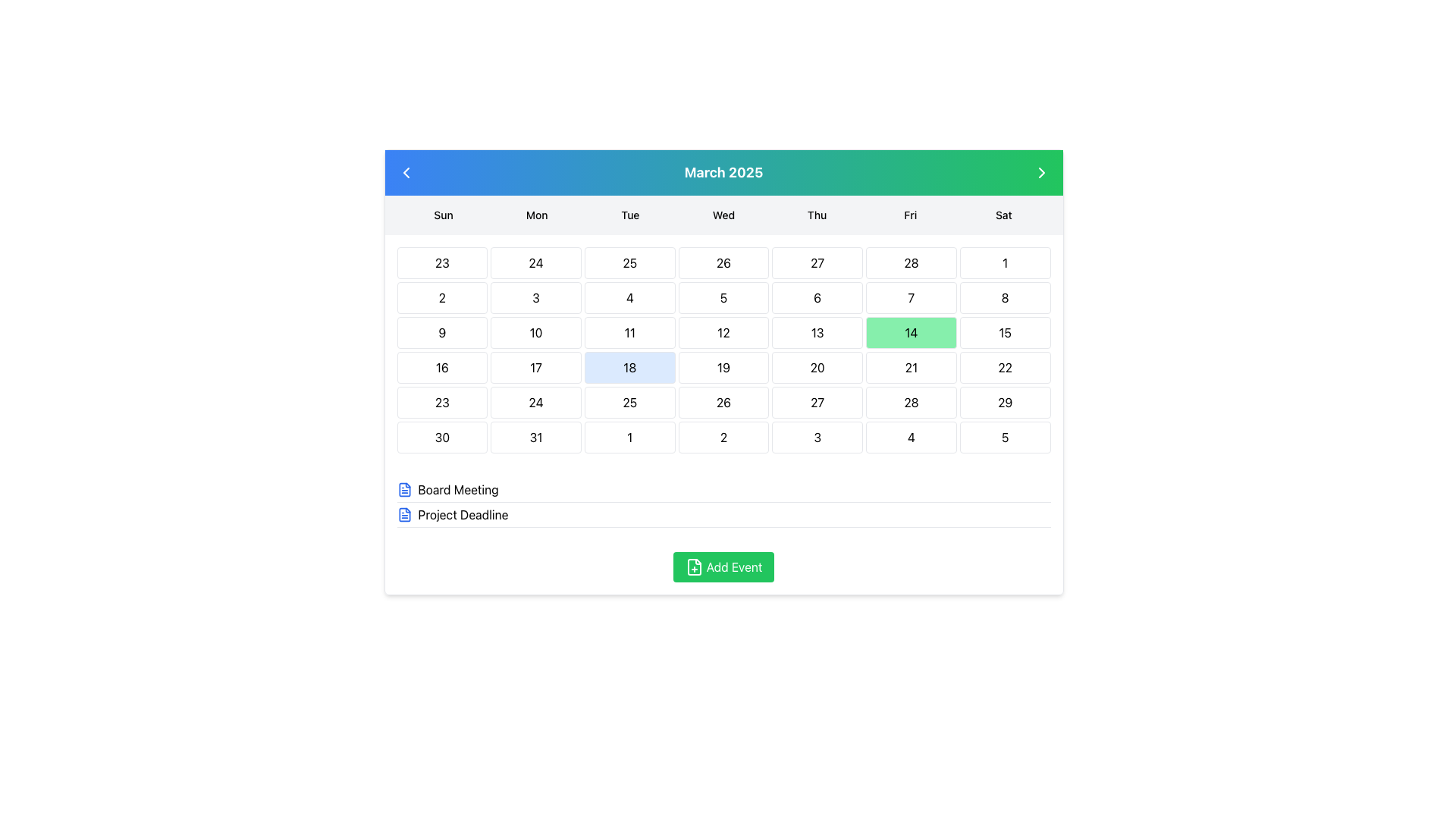 This screenshot has height=819, width=1456. I want to click on the non-interactive date cell representing the 25th day, so click(629, 262).